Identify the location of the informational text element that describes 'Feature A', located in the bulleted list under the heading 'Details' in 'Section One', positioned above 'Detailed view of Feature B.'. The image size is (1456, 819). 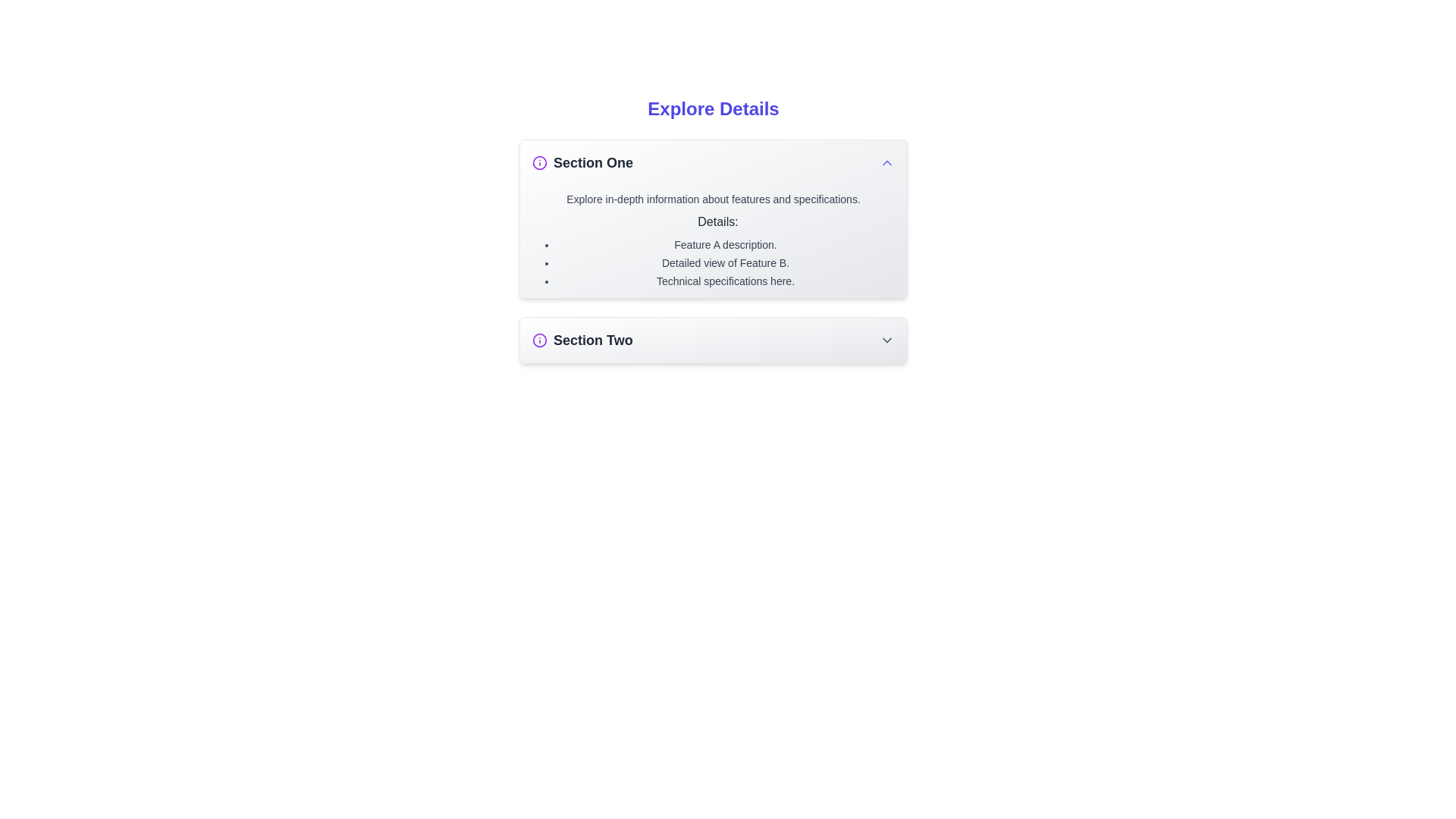
(724, 245).